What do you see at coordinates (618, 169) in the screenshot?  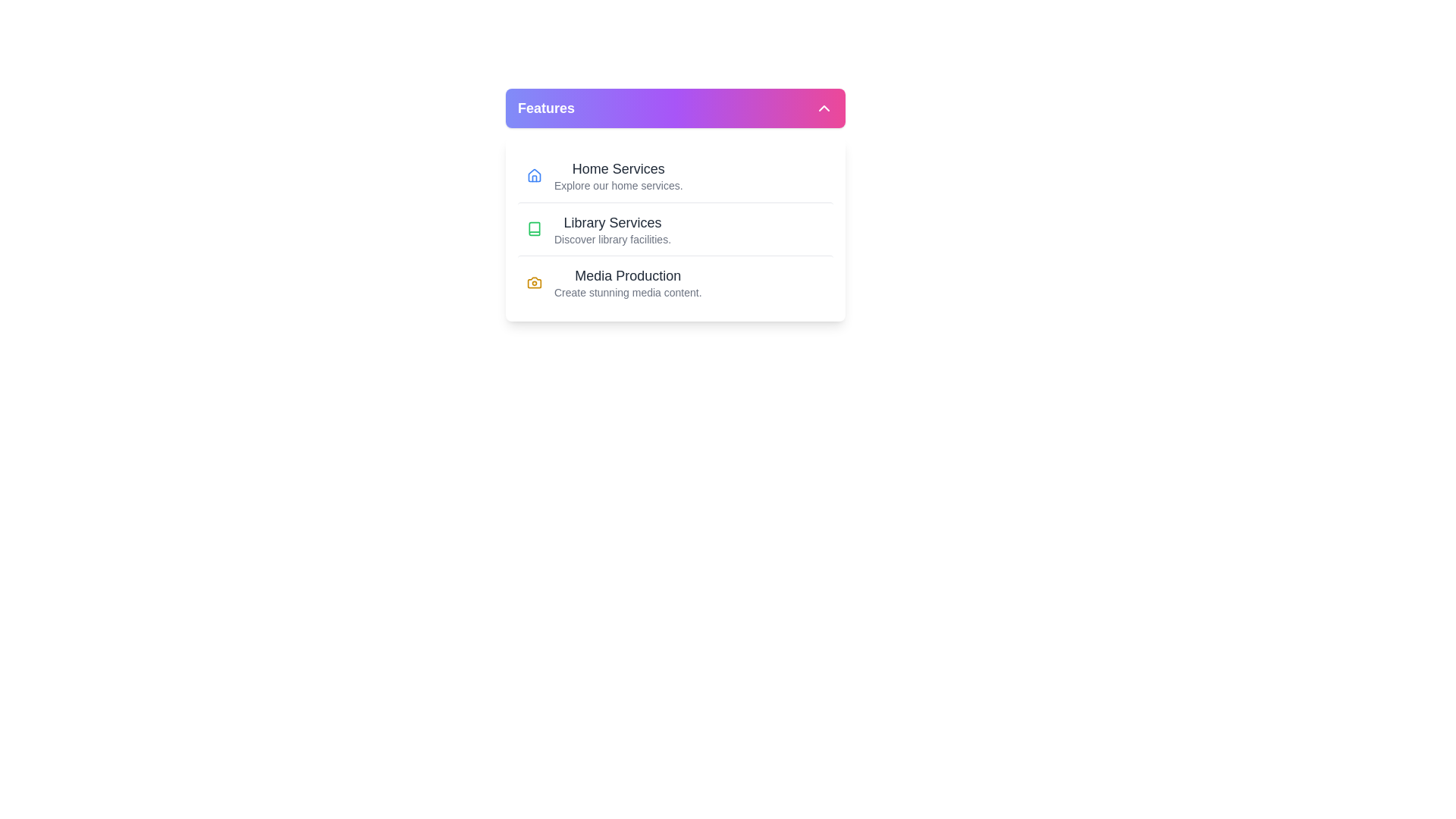 I see `the 'Home Services' text label, which is styled with a medium-weight font and dark gray color, positioned within a card interface below an icon and above the phrase 'Explore our home services'` at bounding box center [618, 169].